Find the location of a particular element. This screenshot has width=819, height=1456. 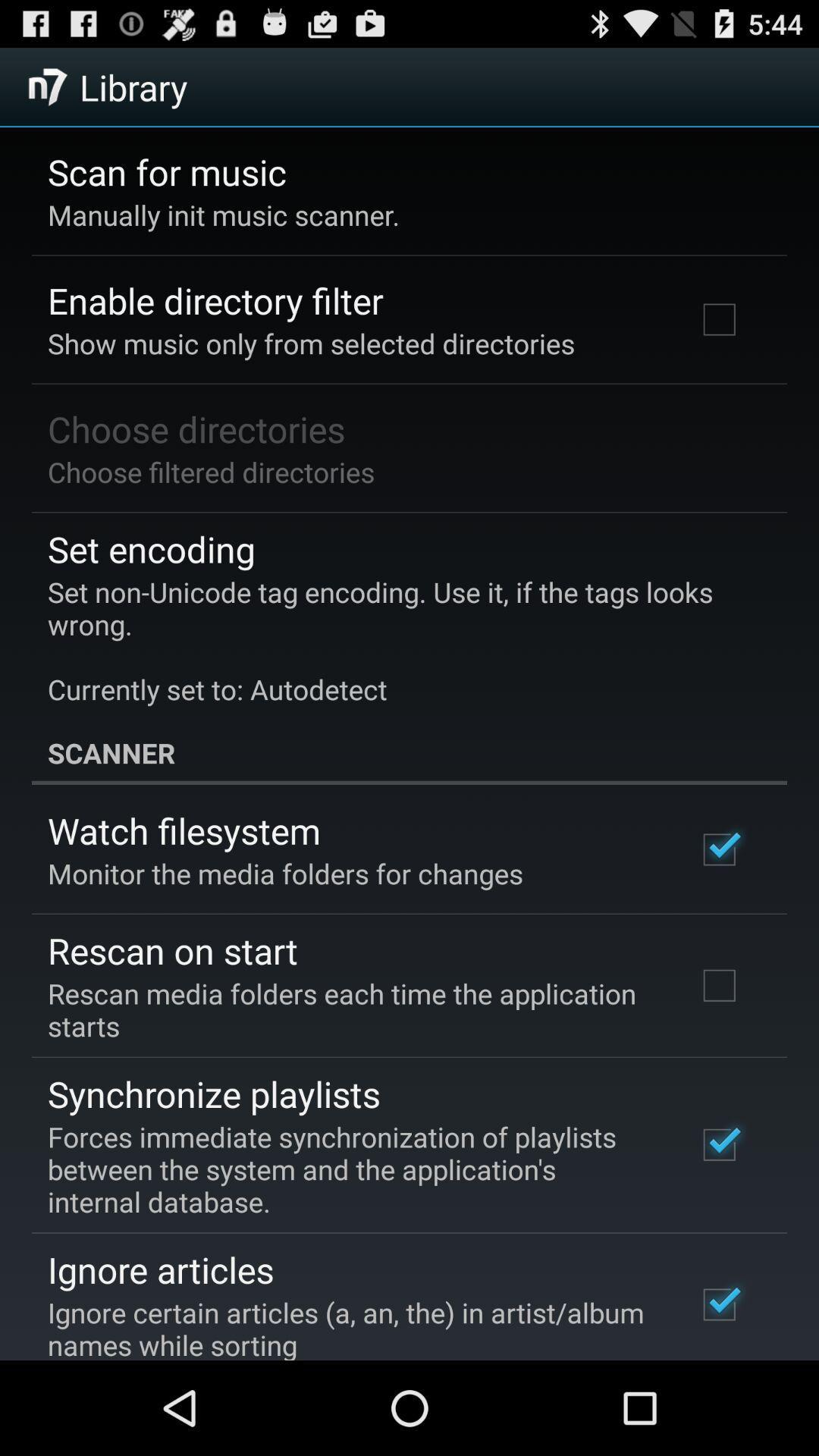

icon below manually init music icon is located at coordinates (215, 300).